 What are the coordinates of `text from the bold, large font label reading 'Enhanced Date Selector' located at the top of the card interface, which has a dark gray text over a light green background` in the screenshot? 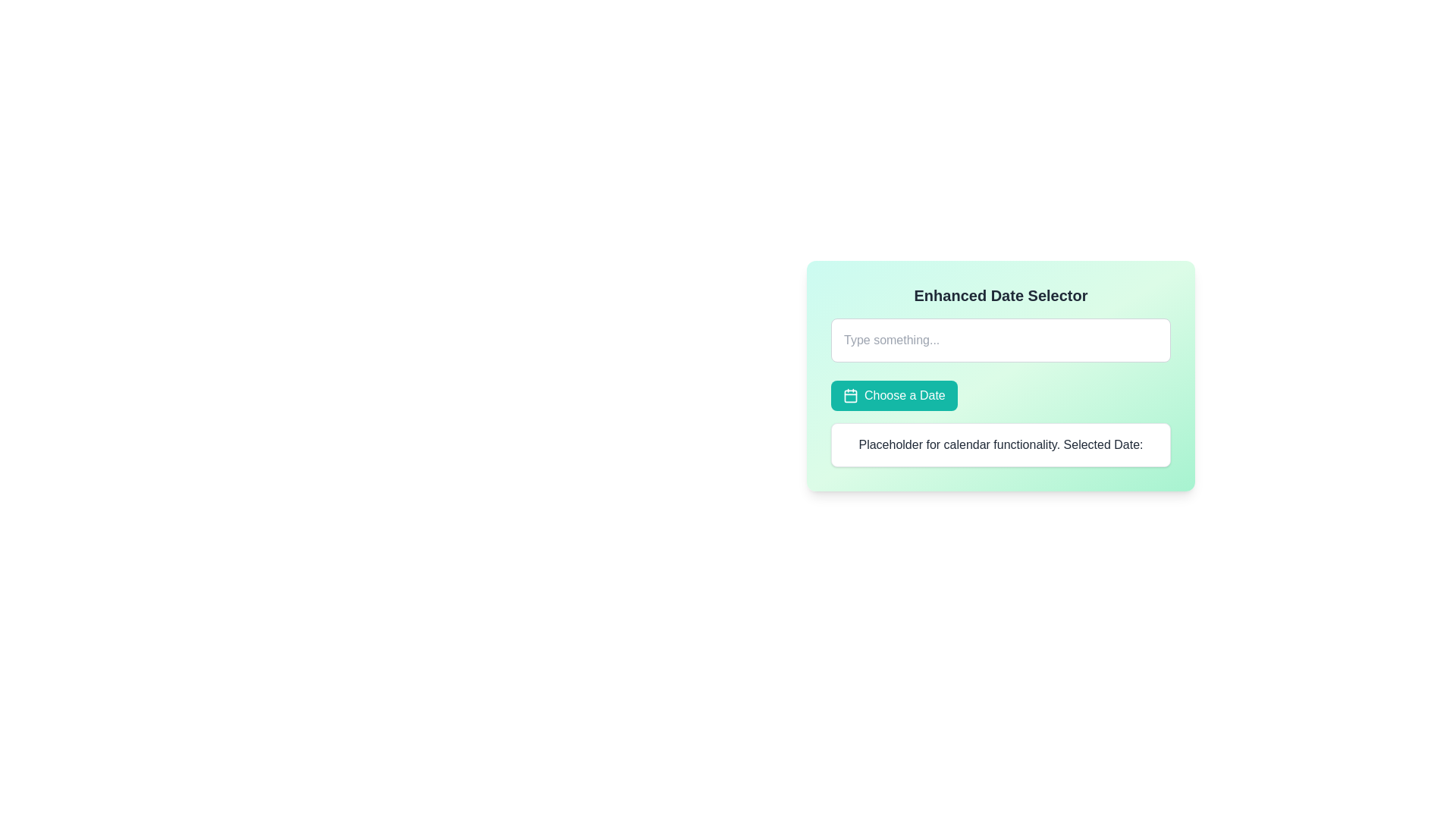 It's located at (1001, 295).